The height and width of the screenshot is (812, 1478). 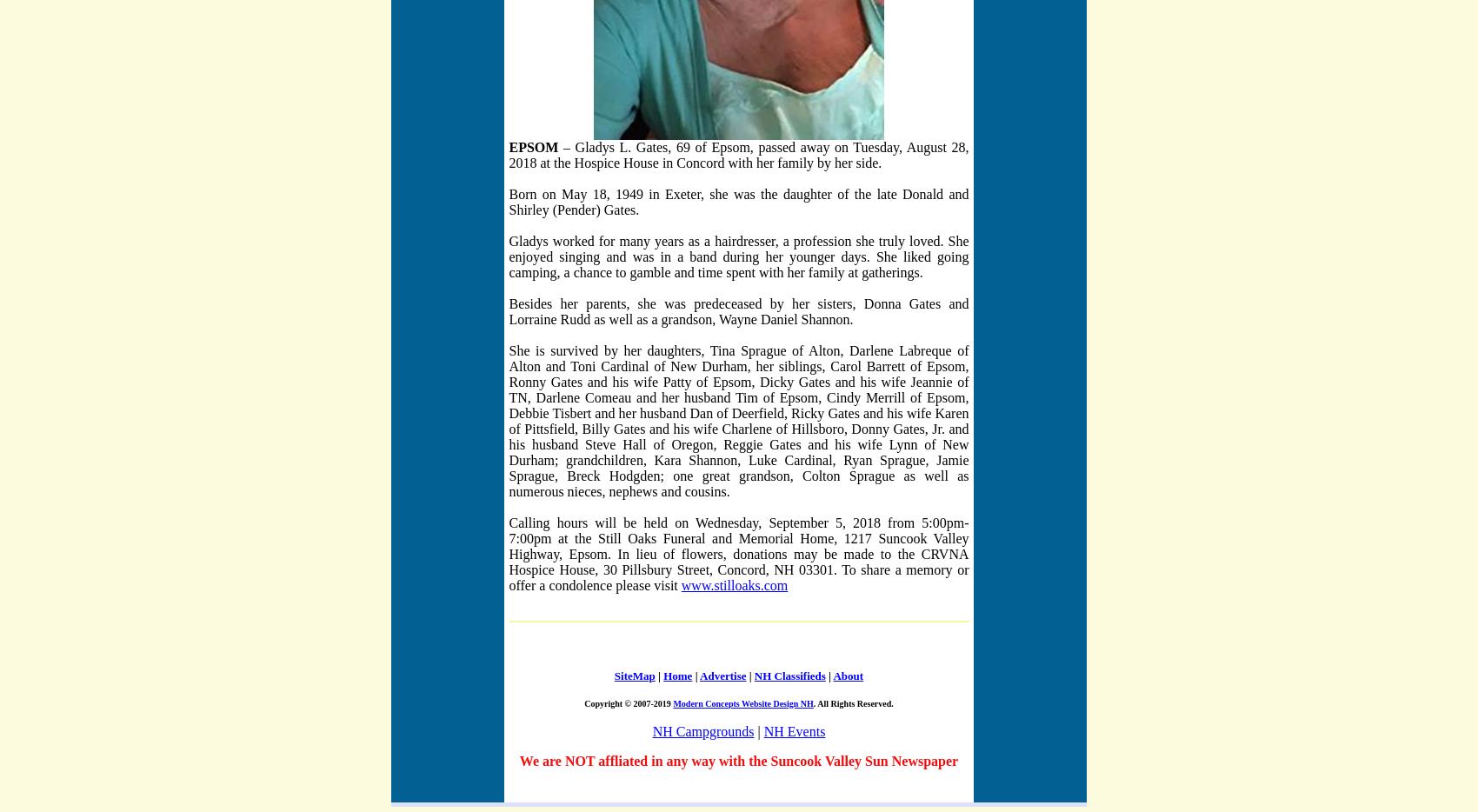 What do you see at coordinates (794, 730) in the screenshot?
I see `'NH
Events'` at bounding box center [794, 730].